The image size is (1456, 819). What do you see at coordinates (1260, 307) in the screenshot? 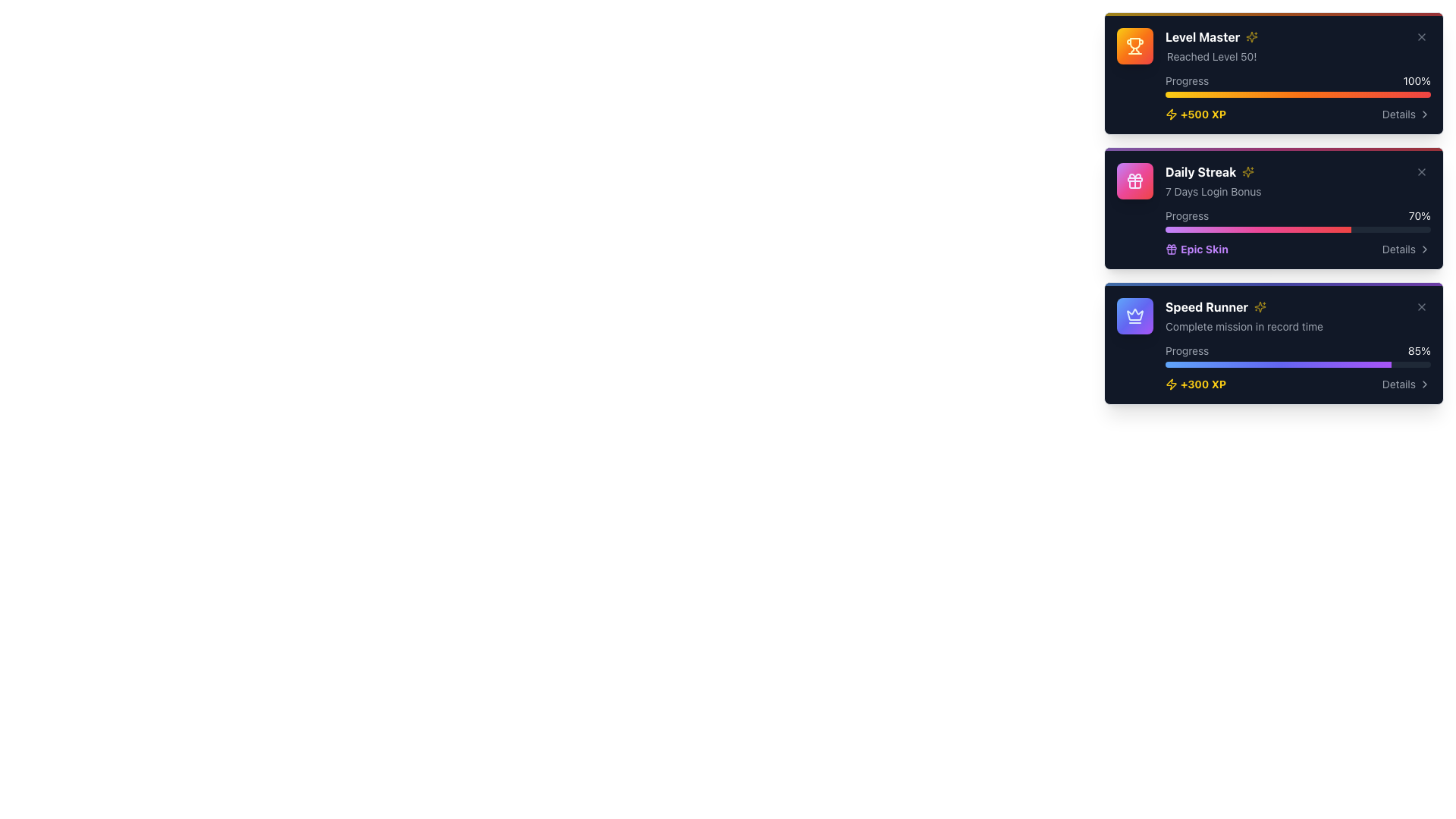
I see `the ornamental SVG Icon that enhances the 'Speed Runner' achievement card, positioned to the right of the text label within the third achievement card` at bounding box center [1260, 307].